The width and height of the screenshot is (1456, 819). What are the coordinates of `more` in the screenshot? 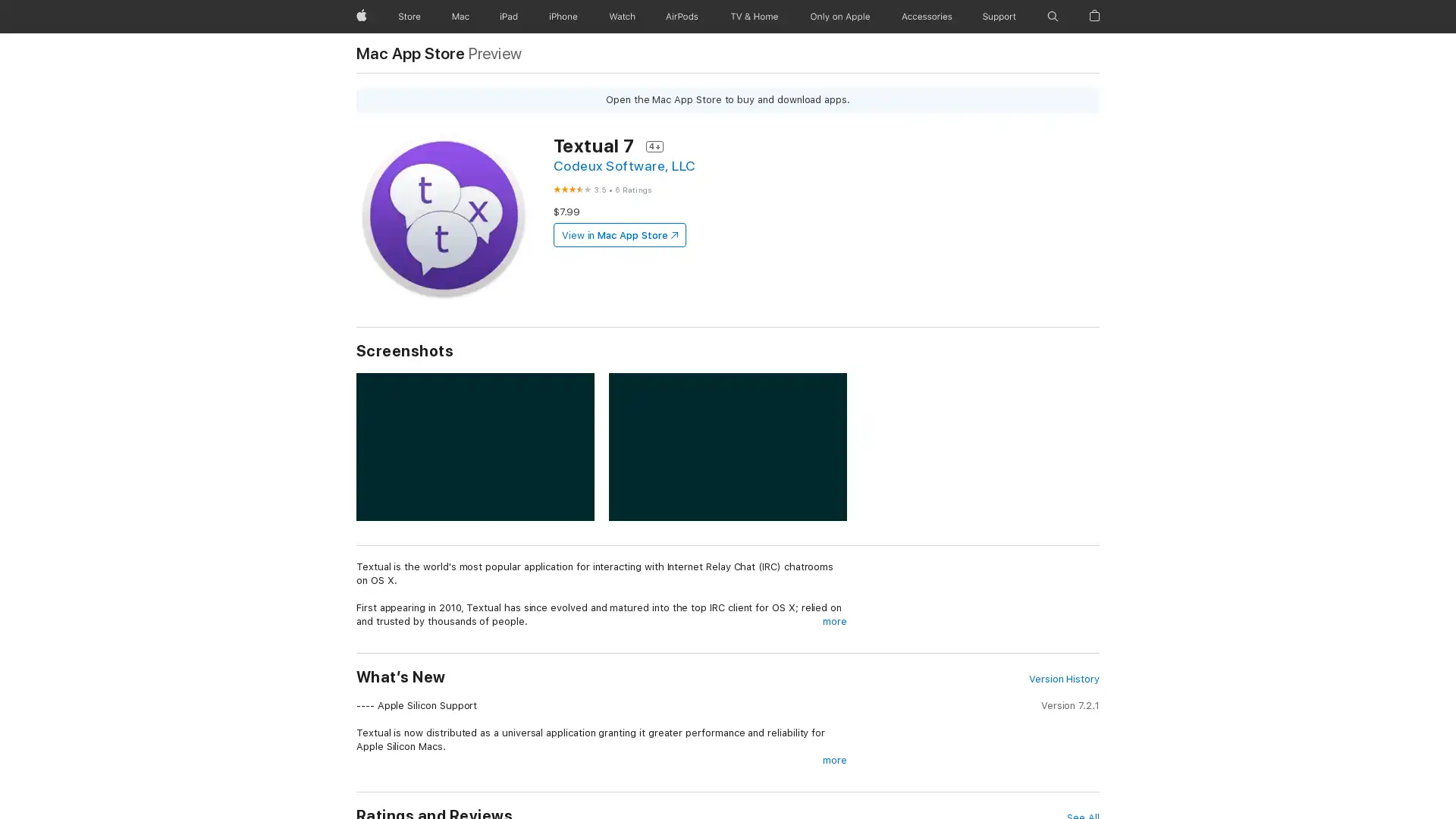 It's located at (833, 622).